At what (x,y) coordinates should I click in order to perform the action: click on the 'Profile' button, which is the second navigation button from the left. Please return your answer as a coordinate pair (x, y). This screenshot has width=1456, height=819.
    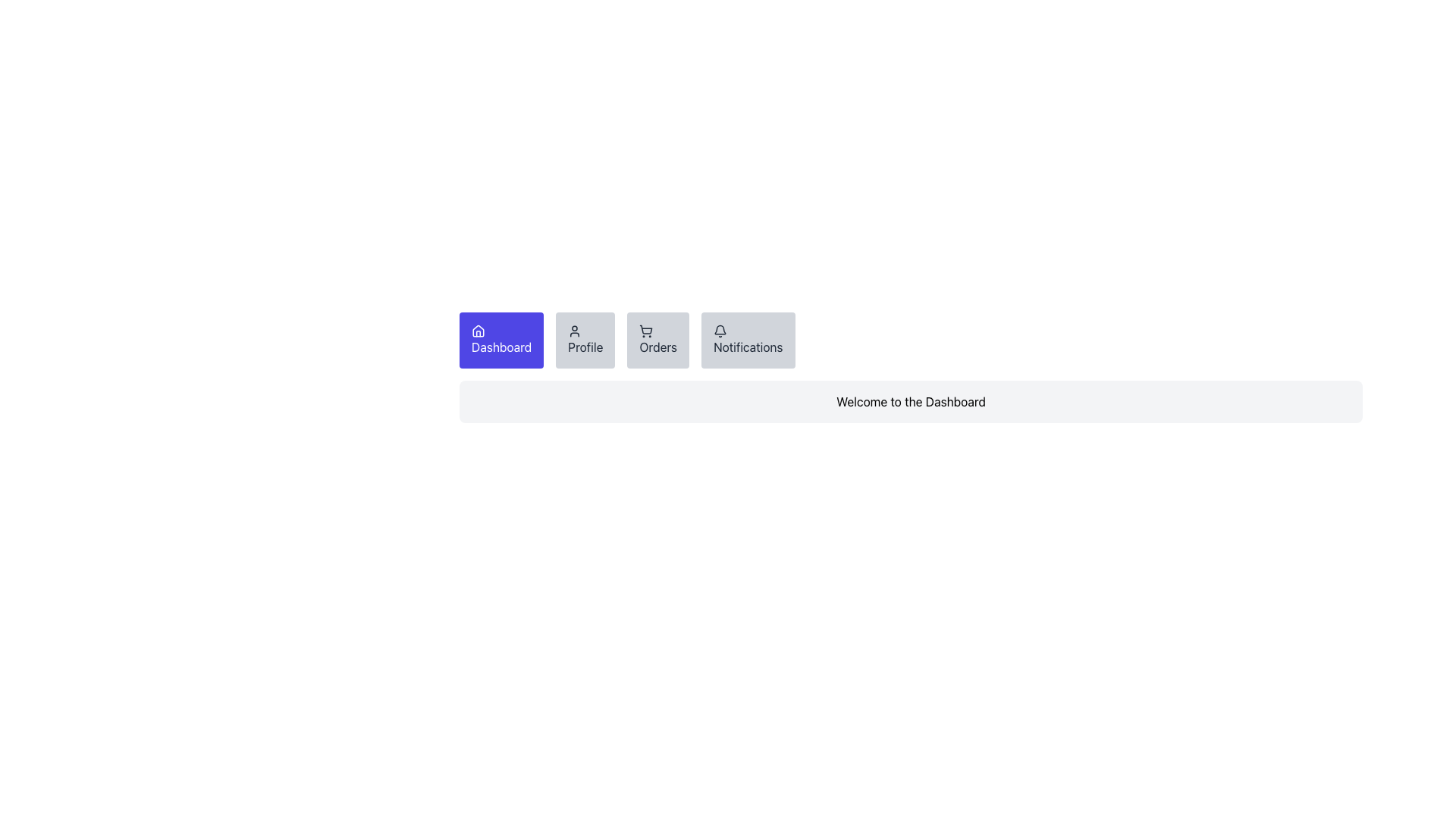
    Looking at the image, I should click on (574, 330).